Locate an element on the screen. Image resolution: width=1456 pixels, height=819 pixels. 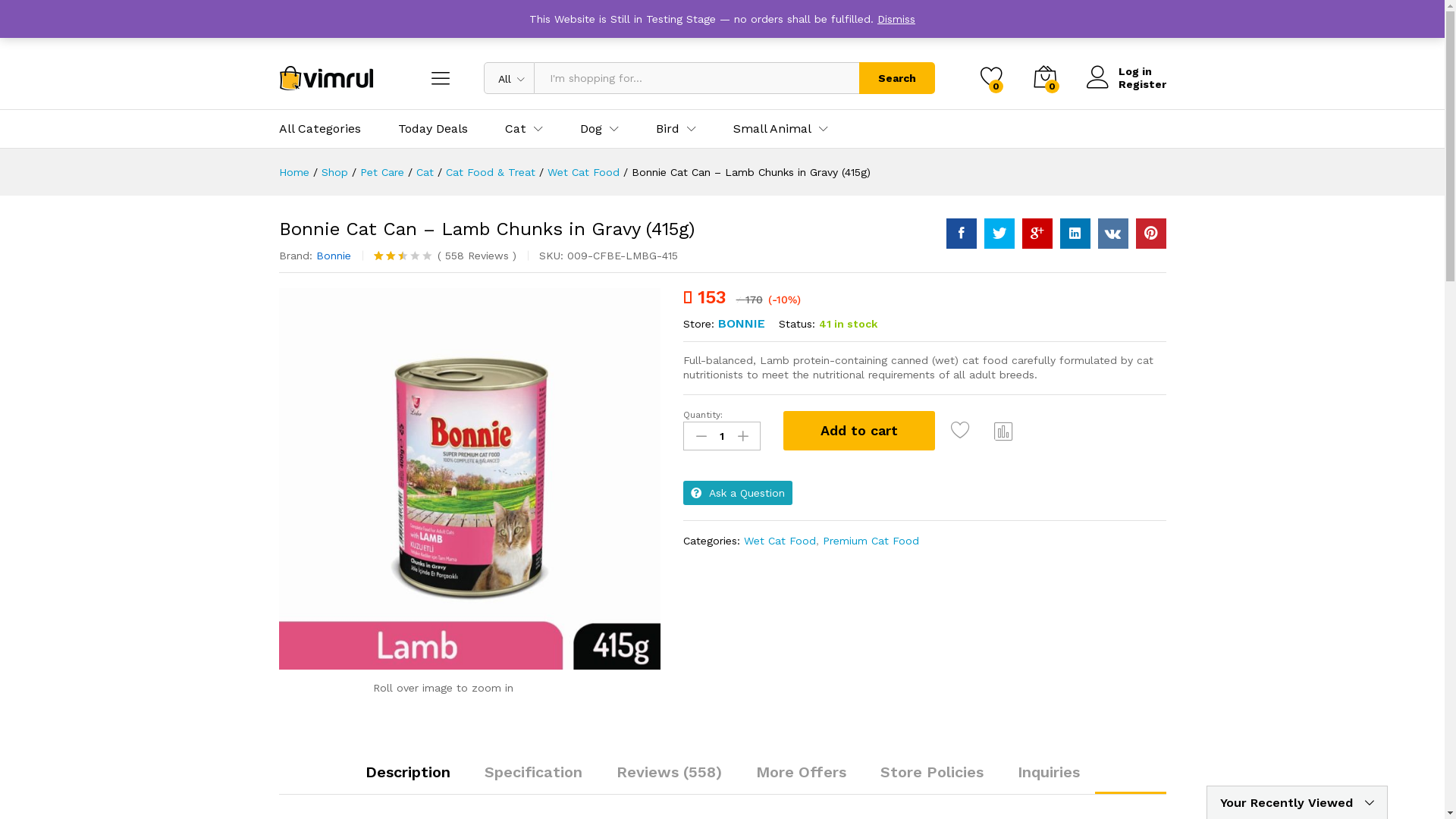
'Log in' is located at coordinates (1125, 71).